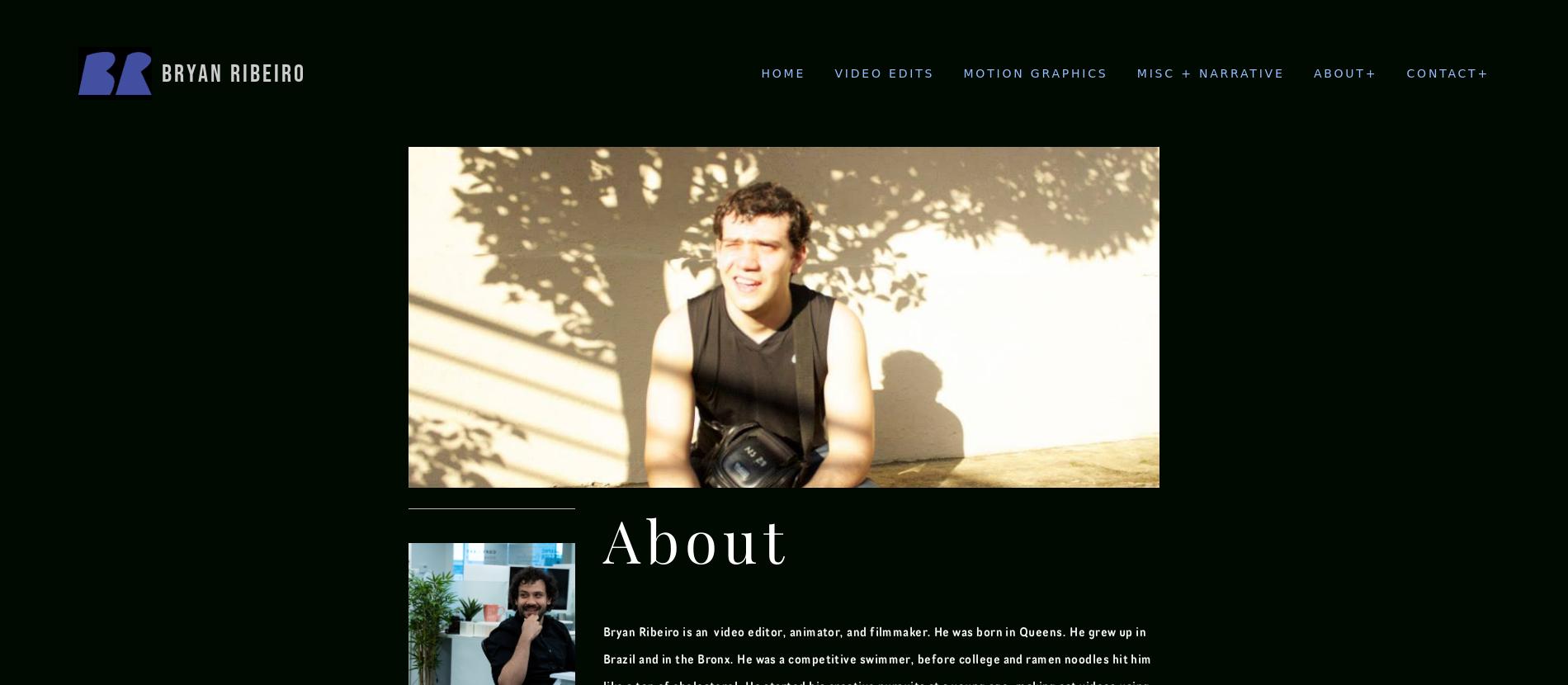 The image size is (1568, 685). I want to click on 'All', so click(1150, 171).